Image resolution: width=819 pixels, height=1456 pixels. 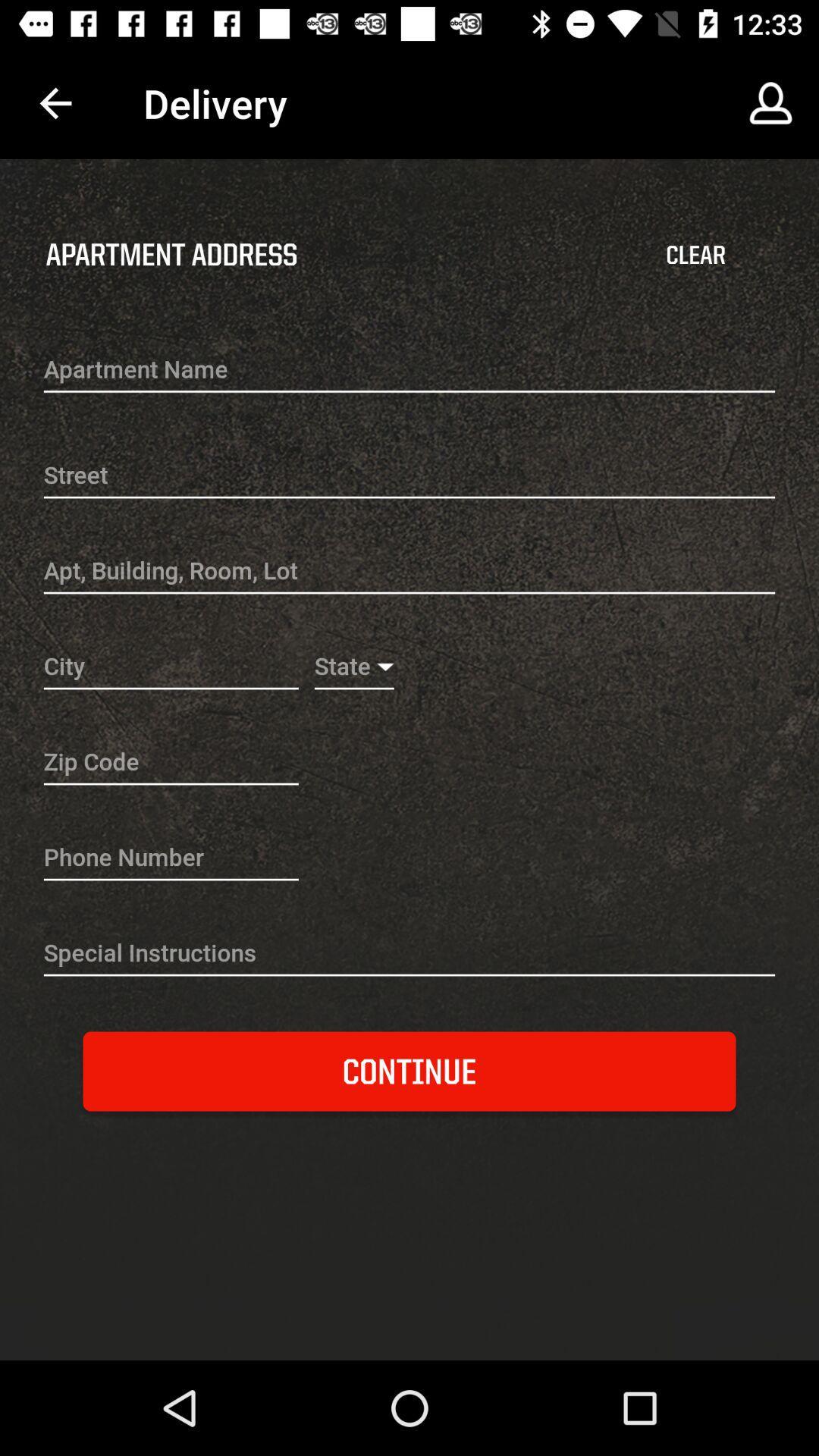 I want to click on the item above the apartment address item, so click(x=55, y=102).